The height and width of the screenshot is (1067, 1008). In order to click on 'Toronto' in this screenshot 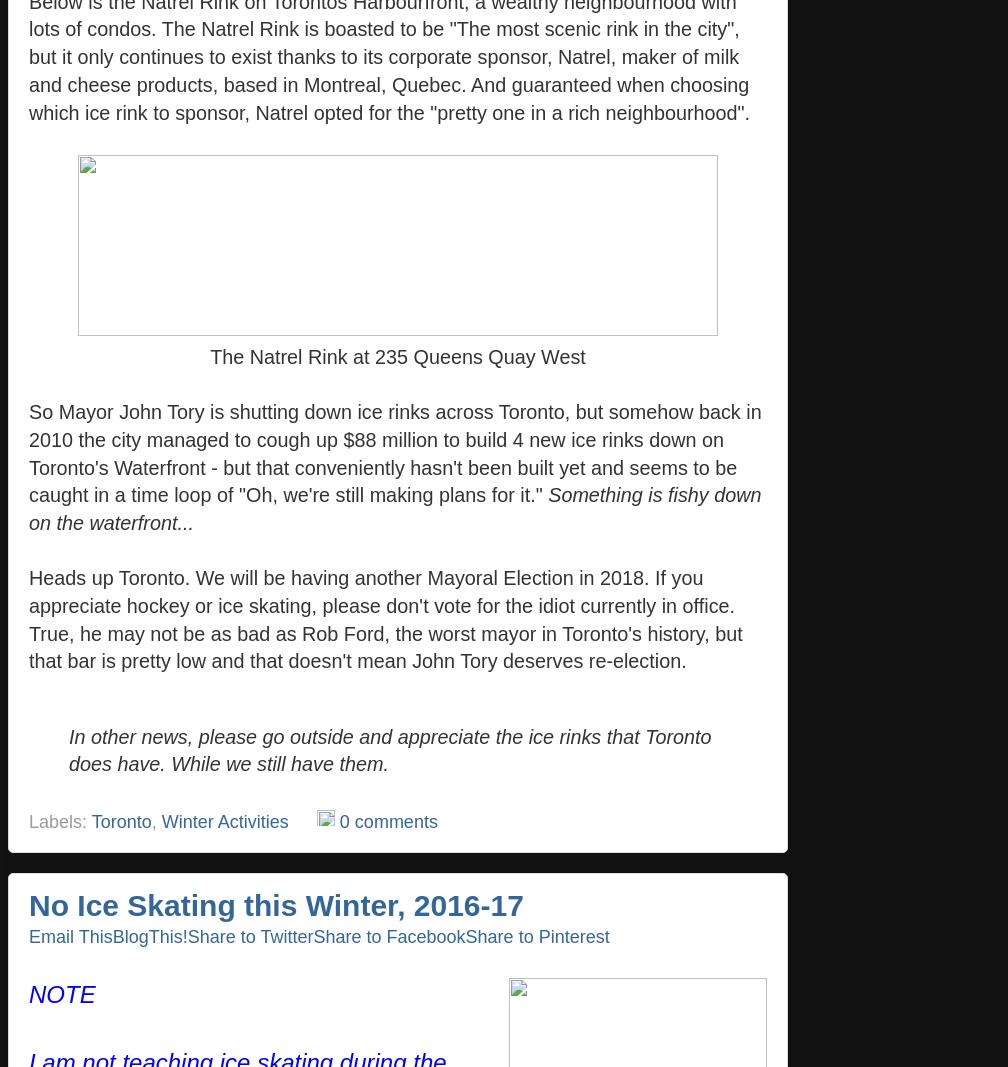, I will do `click(120, 819)`.